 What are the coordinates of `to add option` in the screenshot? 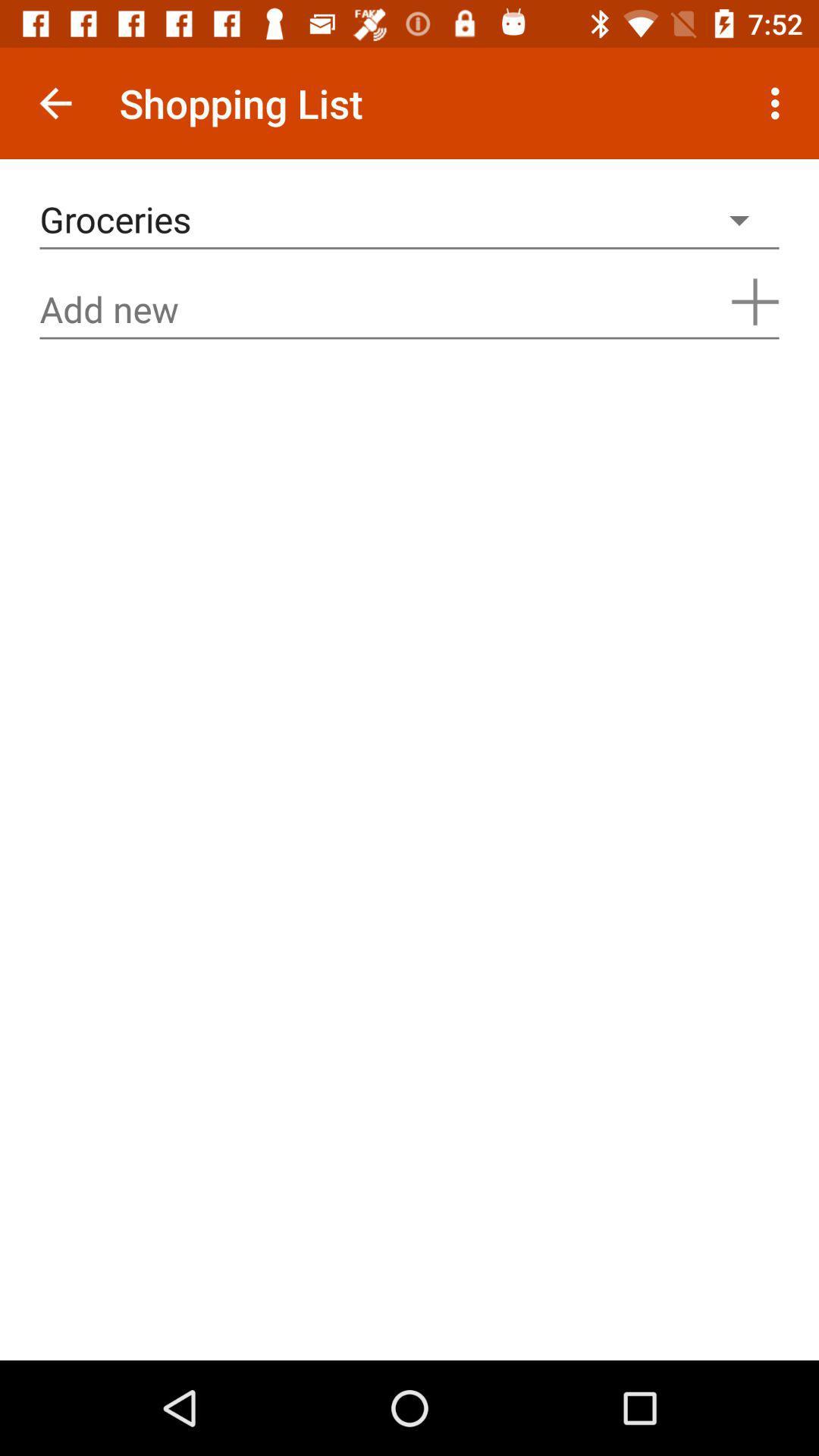 It's located at (755, 302).